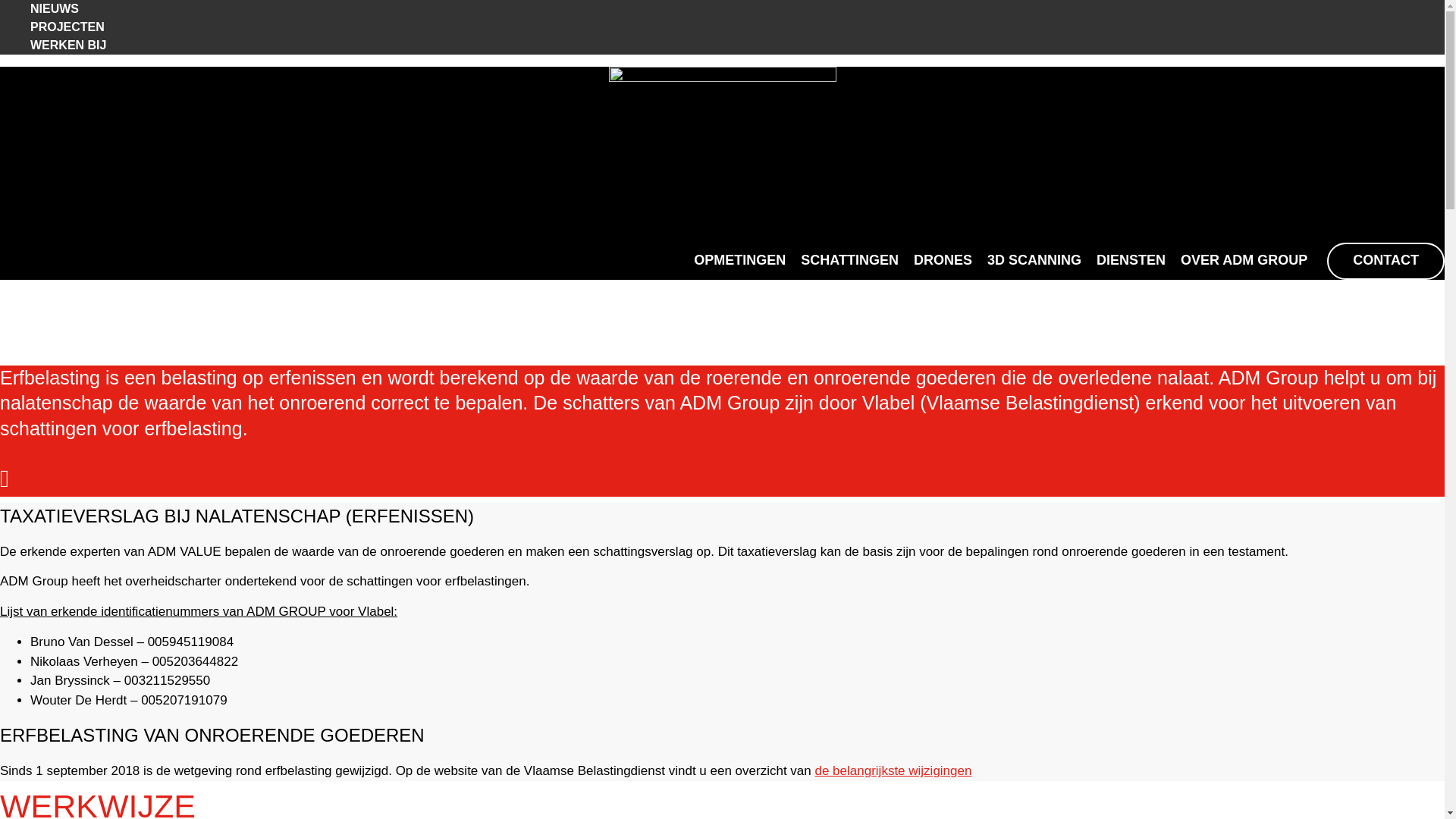 The height and width of the screenshot is (819, 1456). I want to click on '3D SCANNING', so click(1033, 260).